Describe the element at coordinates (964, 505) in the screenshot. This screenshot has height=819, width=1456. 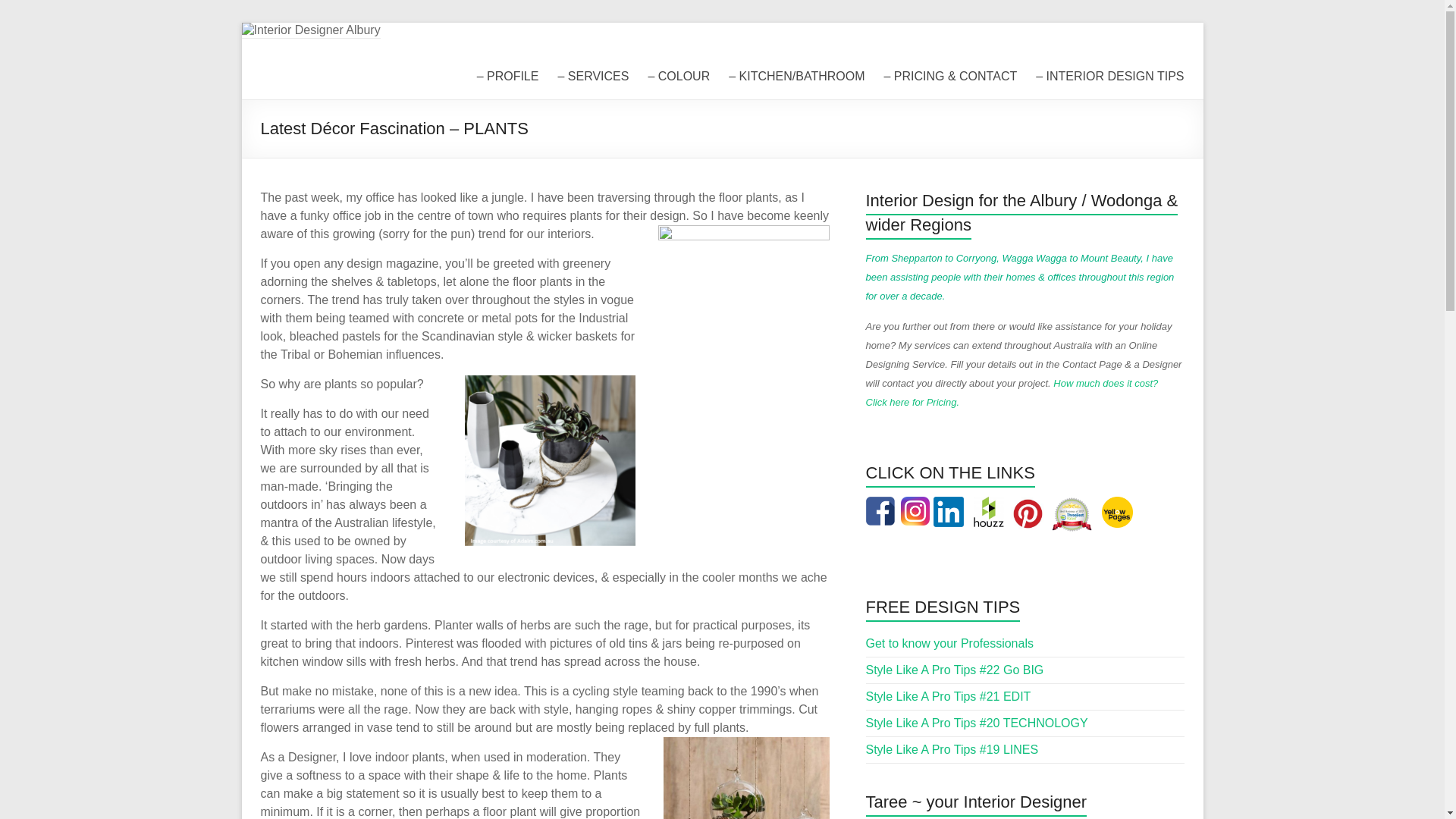
I see `' '` at that location.